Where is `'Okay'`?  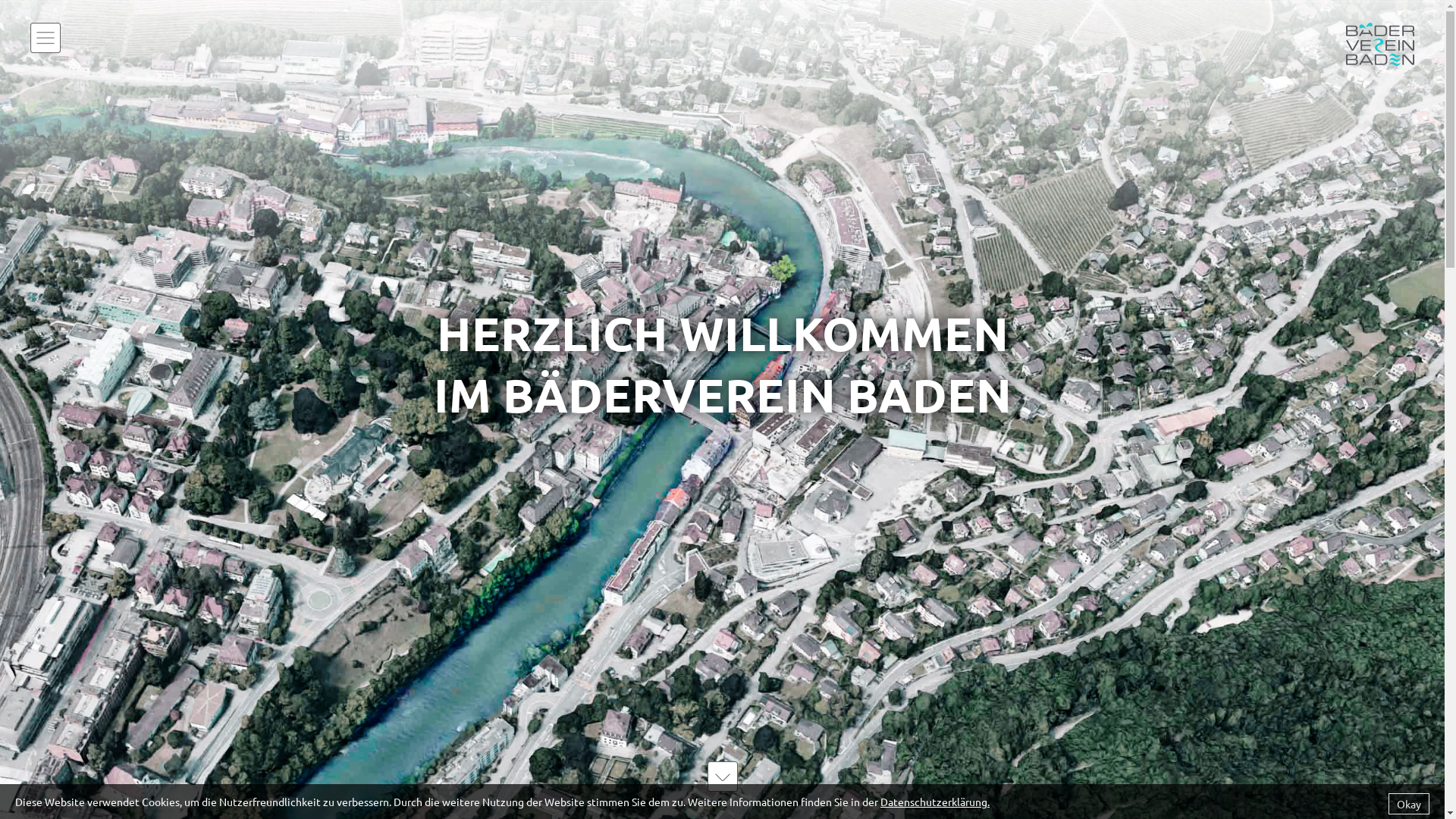 'Okay' is located at coordinates (1388, 803).